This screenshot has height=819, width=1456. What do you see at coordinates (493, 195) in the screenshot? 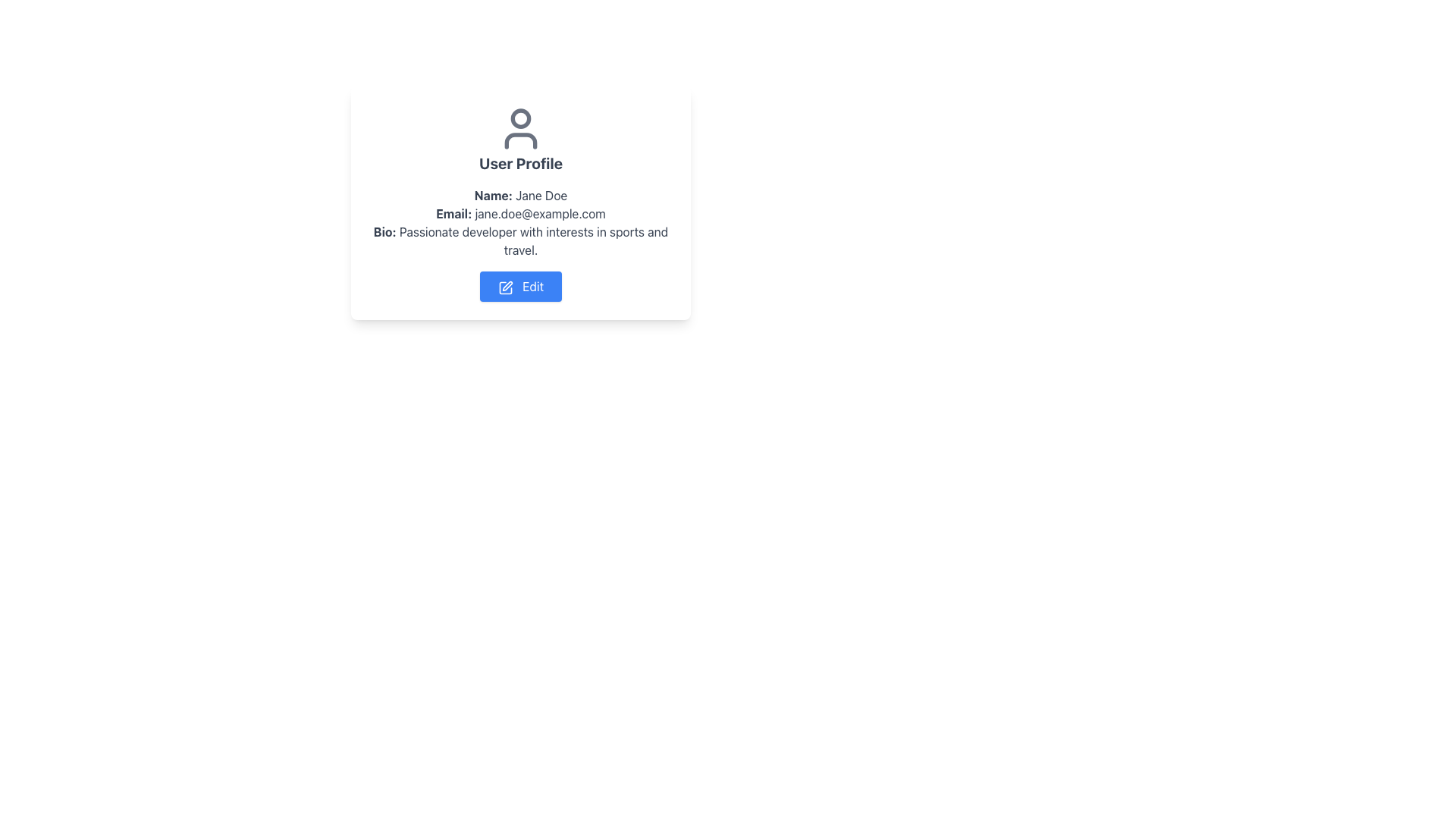
I see `the Text Label that identifies the user's name, located ahead of the text 'Jane Doe' in the User Profile section` at bounding box center [493, 195].